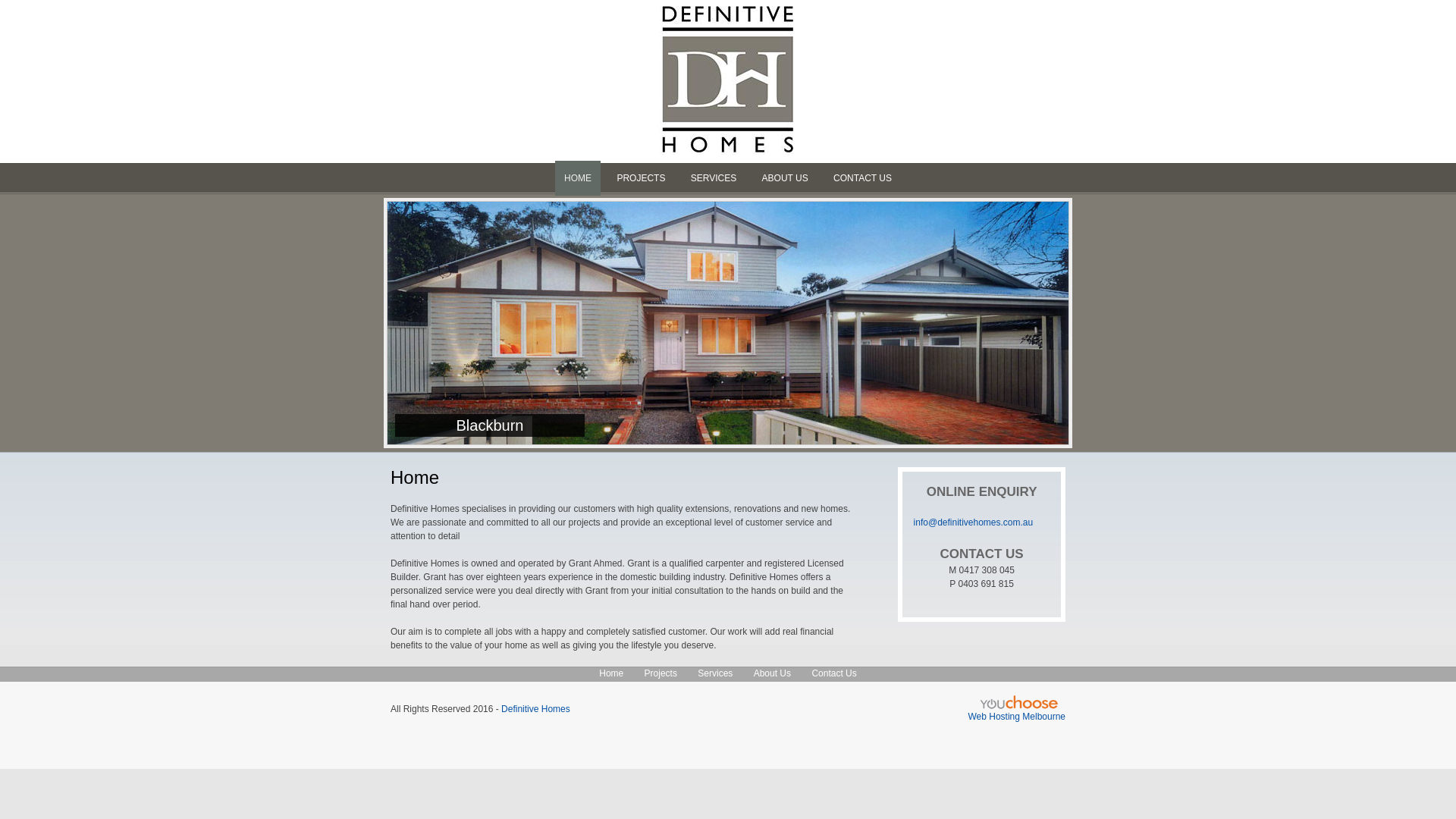 The image size is (1456, 819). I want to click on '5', so click(762, 213).